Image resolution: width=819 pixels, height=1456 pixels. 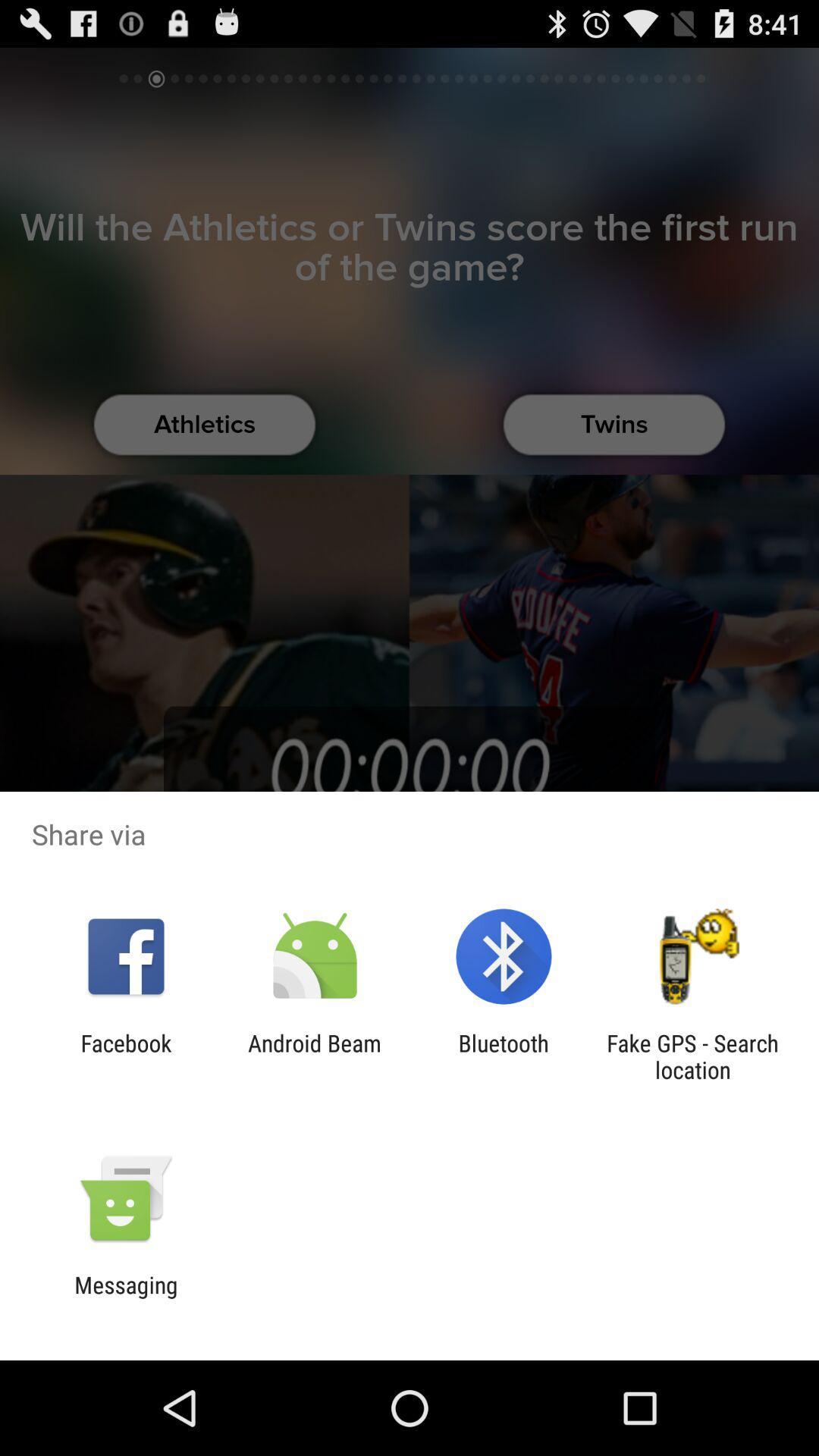 What do you see at coordinates (314, 1056) in the screenshot?
I see `the app to the right of facebook` at bounding box center [314, 1056].